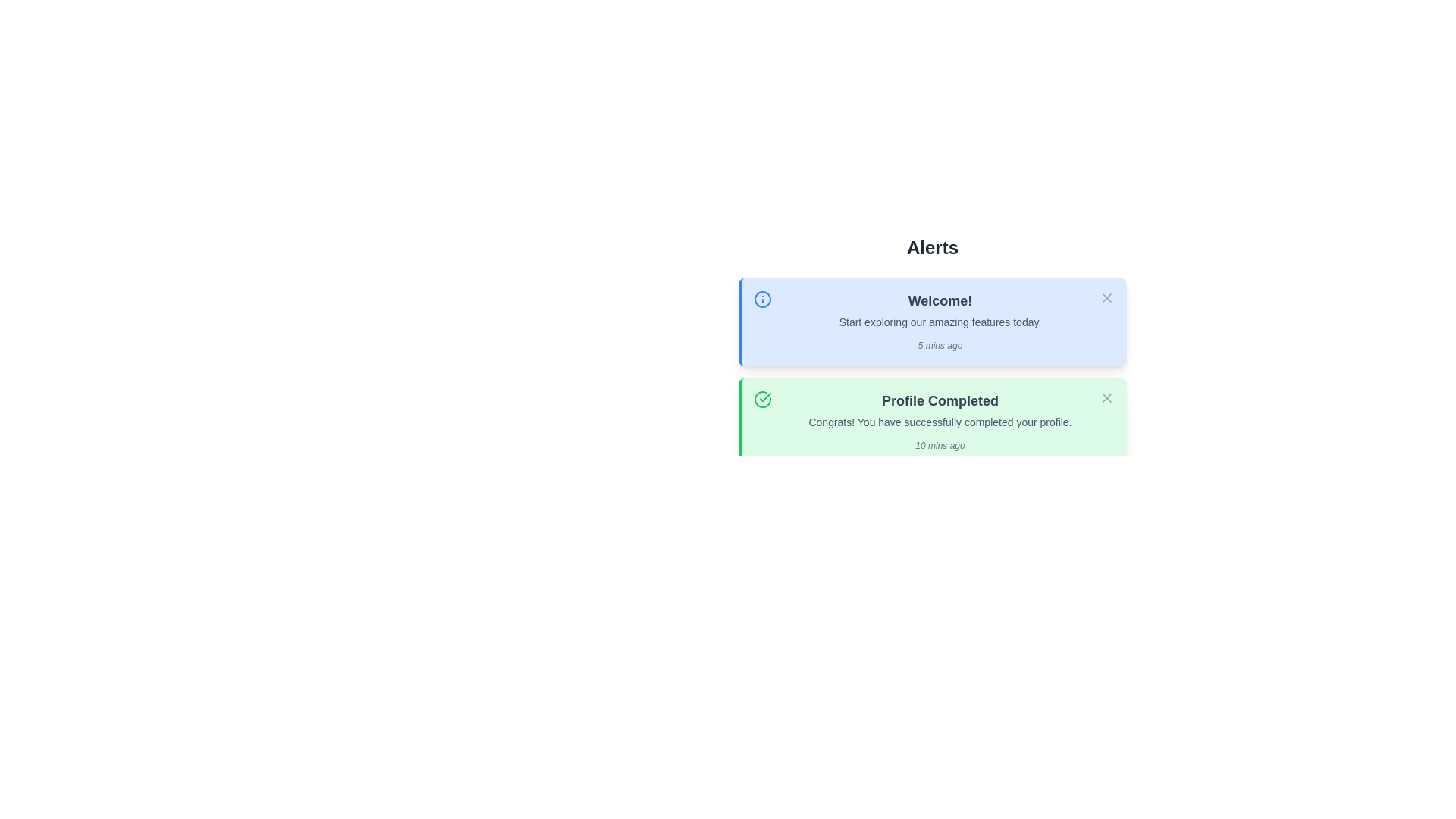  I want to click on the dismiss button of the 'Welcome!' alert, so click(1106, 298).